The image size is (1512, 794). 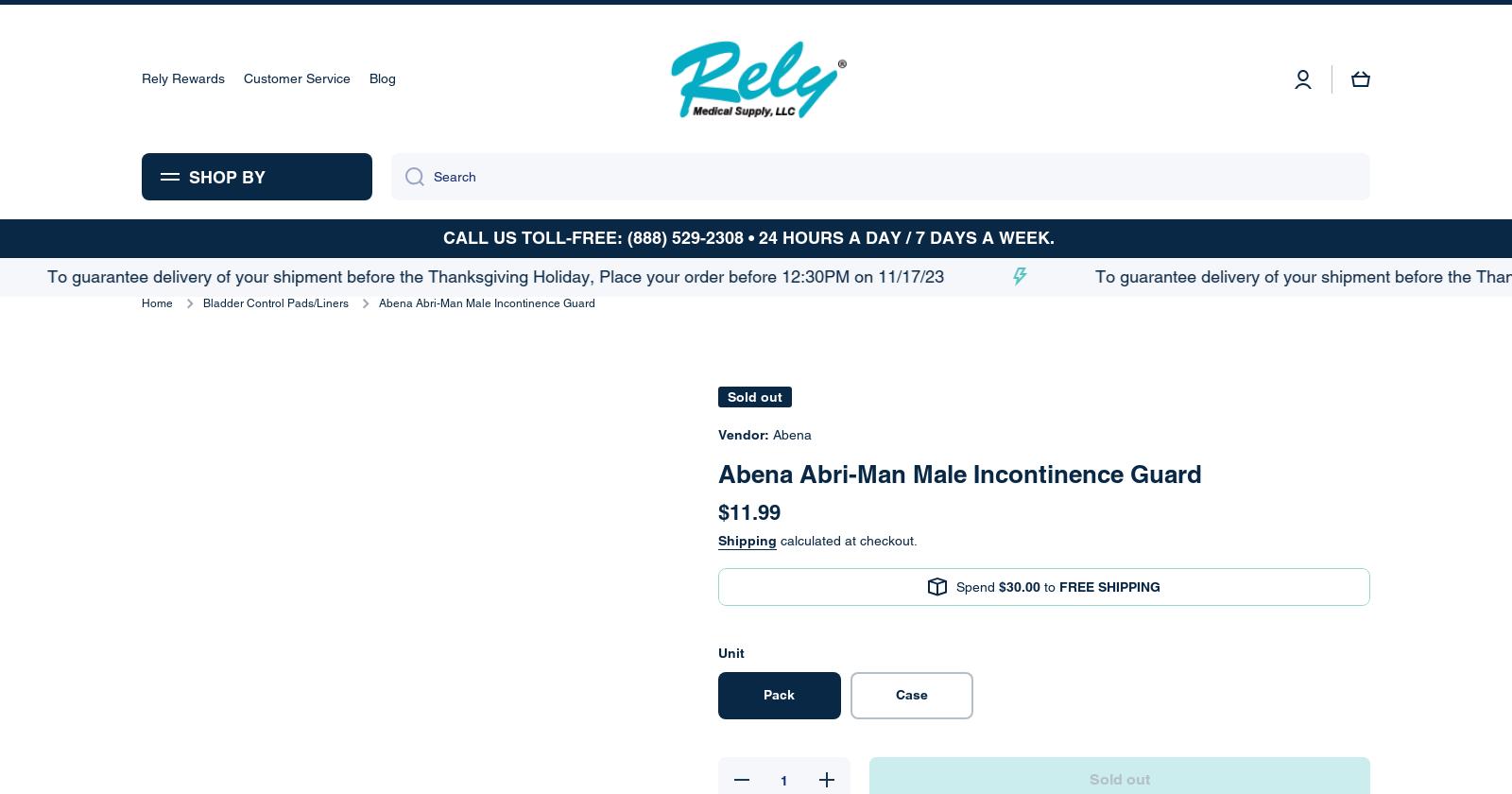 What do you see at coordinates (532, 406) in the screenshot?
I see `'Phone number'` at bounding box center [532, 406].